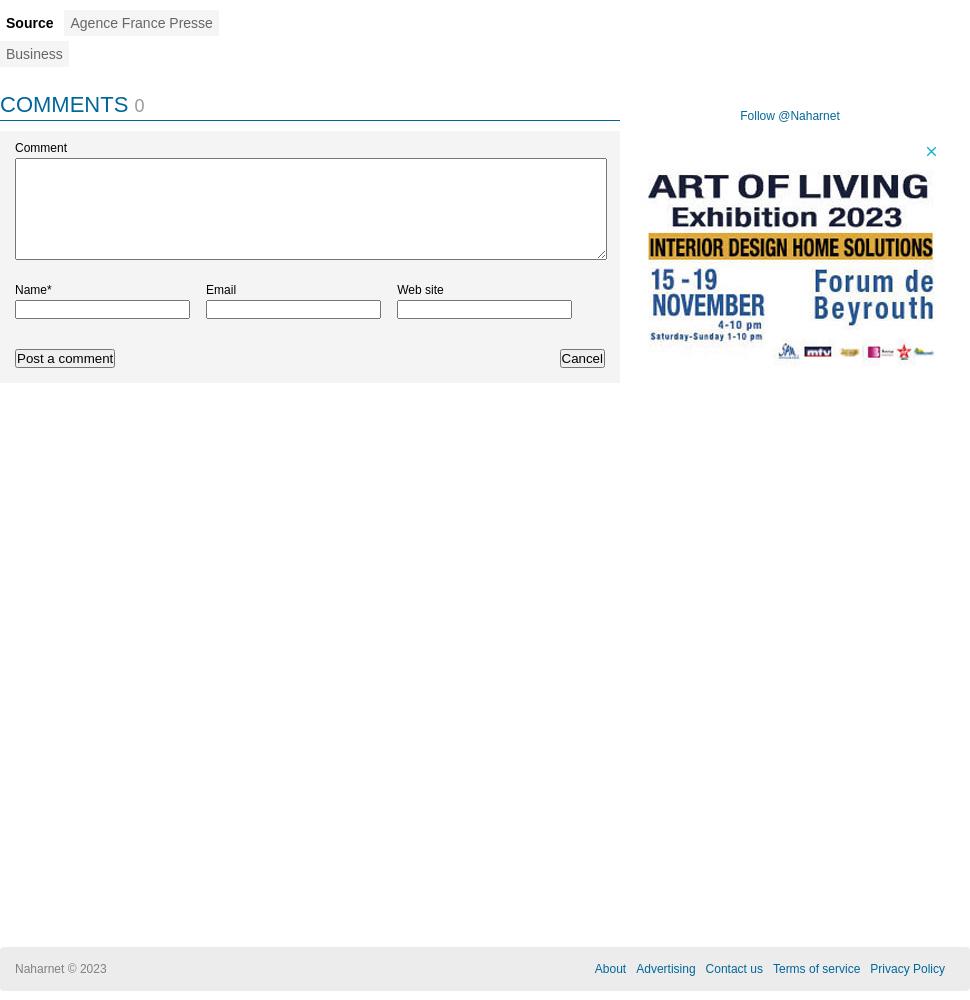 The image size is (970, 1000). I want to click on 'Privacy Policy', so click(868, 968).